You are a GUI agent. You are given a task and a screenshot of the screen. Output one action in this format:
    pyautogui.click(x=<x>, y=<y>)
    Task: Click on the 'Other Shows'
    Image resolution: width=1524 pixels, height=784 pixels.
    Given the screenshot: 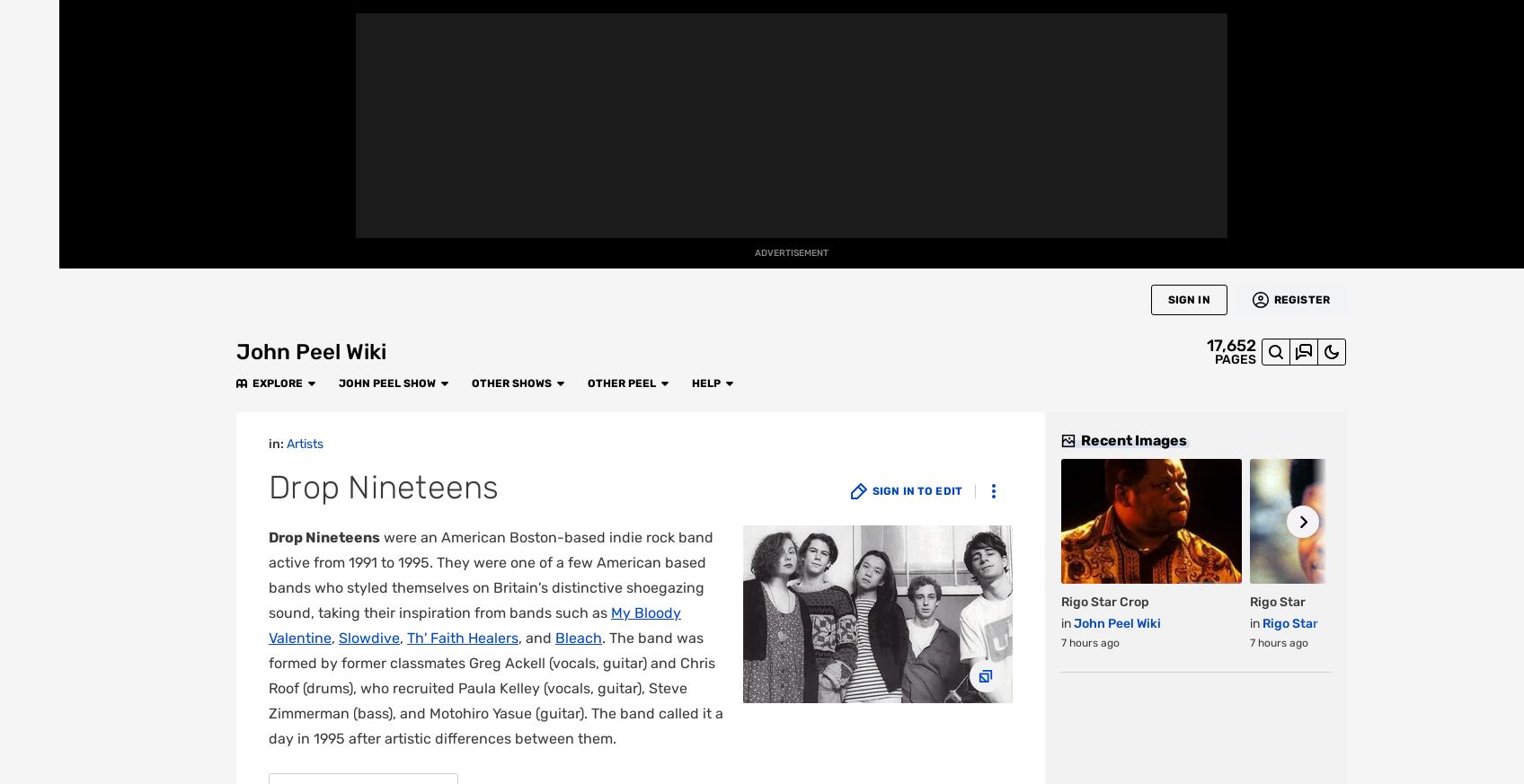 What is the action you would take?
    pyautogui.click(x=469, y=18)
    